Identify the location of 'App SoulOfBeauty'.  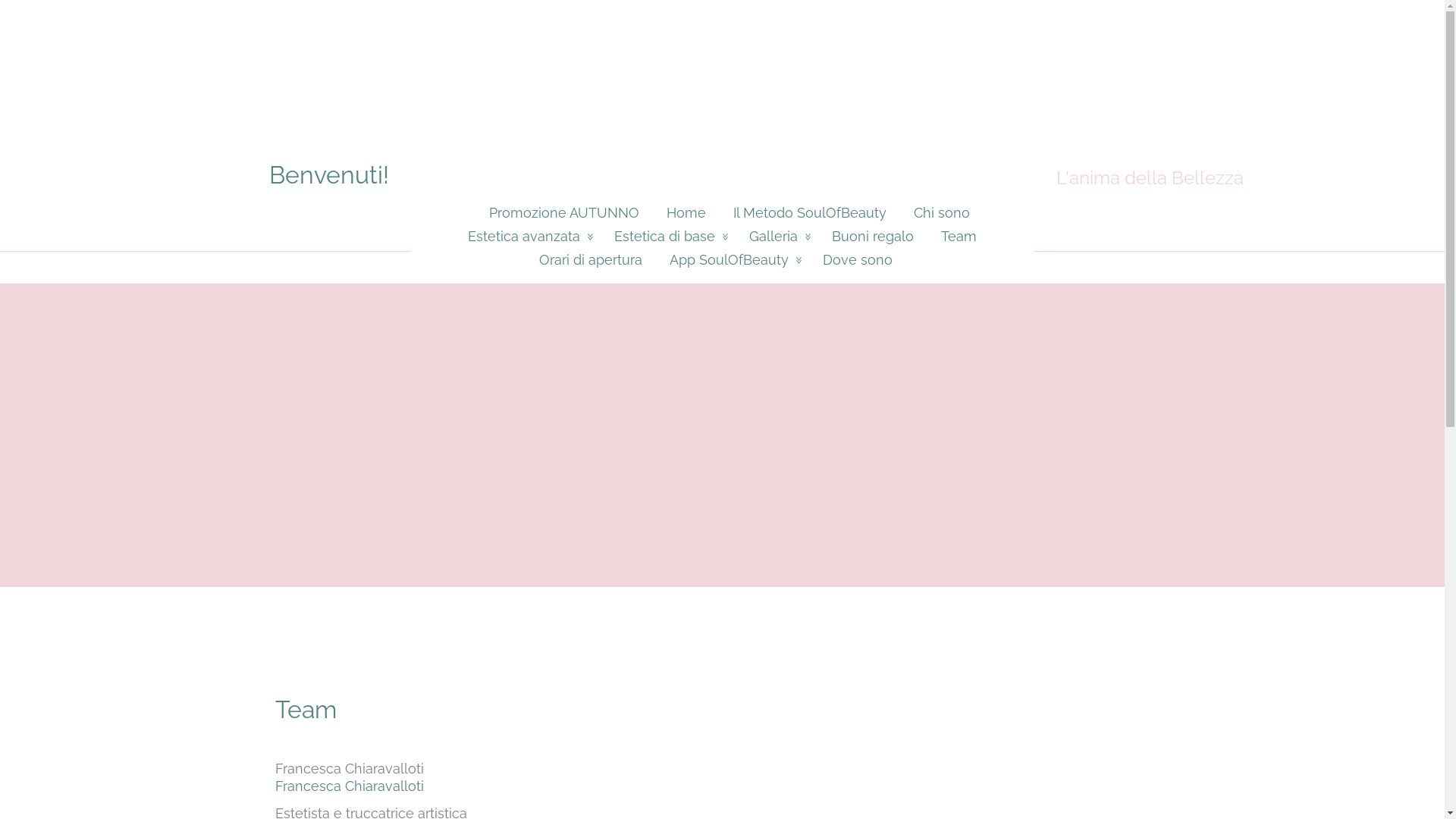
(731, 259).